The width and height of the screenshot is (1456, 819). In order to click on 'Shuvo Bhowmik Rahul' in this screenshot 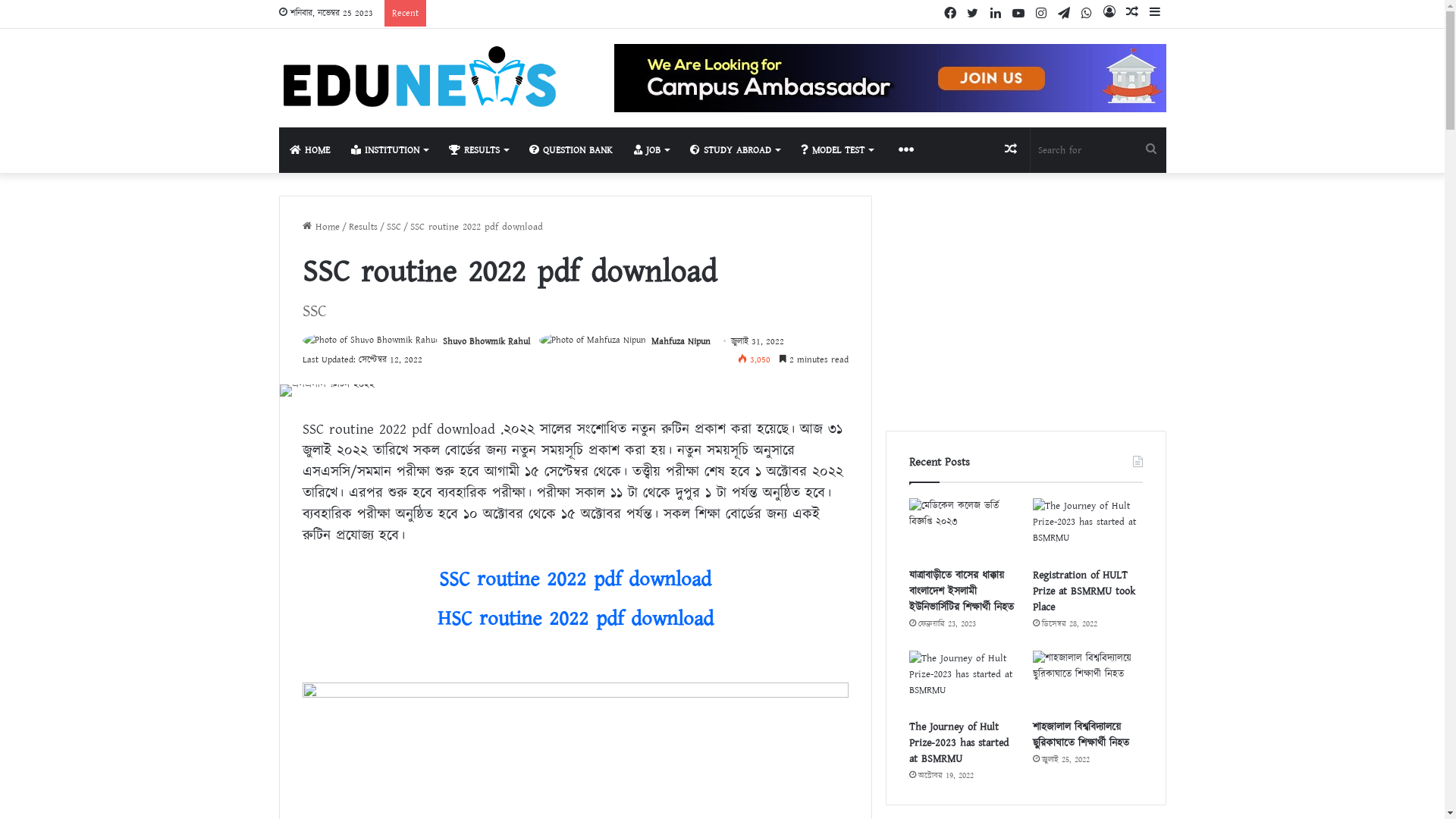, I will do `click(486, 341)`.